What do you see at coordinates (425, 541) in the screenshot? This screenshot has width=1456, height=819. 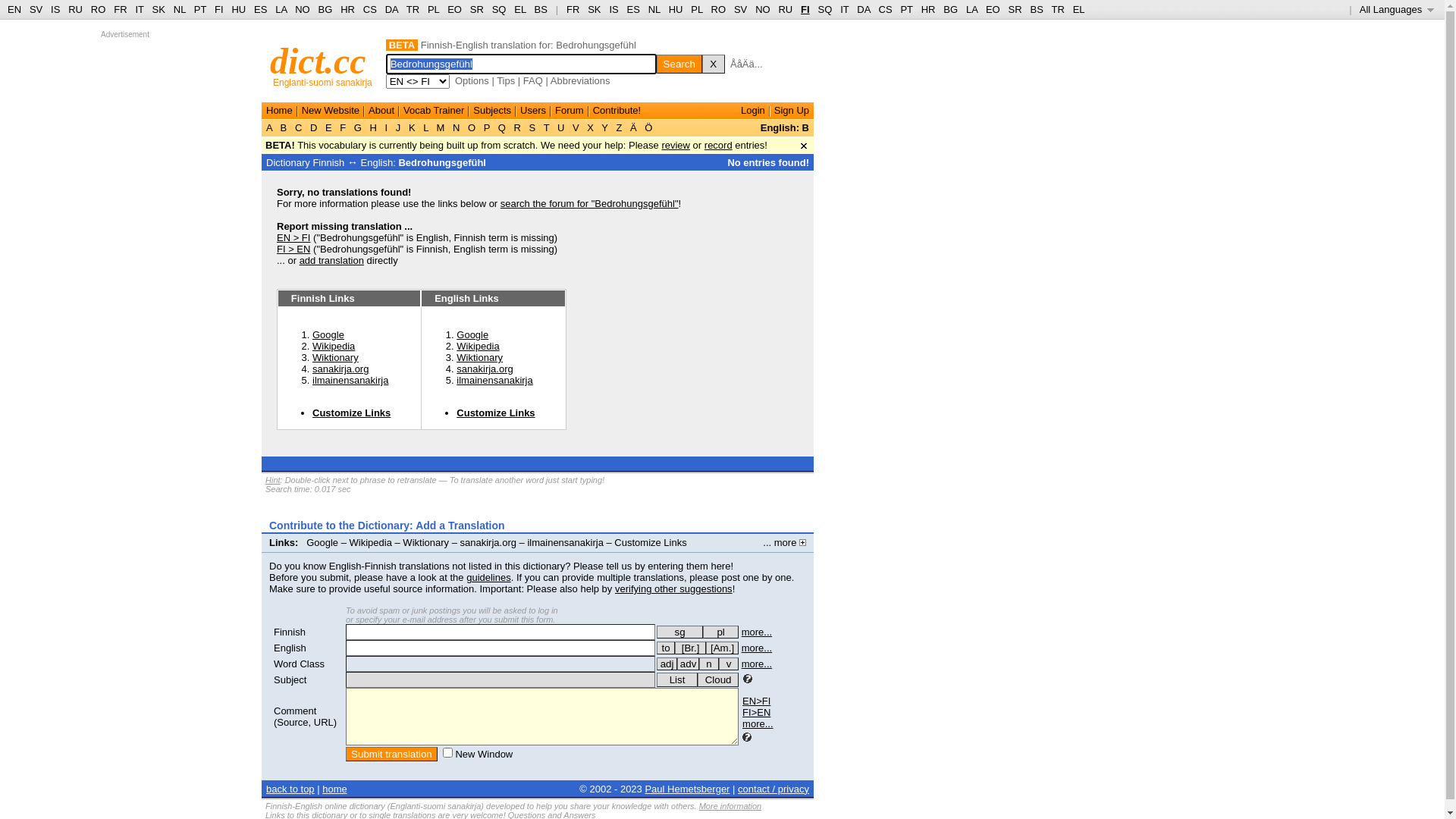 I see `'Wiktionary'` at bounding box center [425, 541].